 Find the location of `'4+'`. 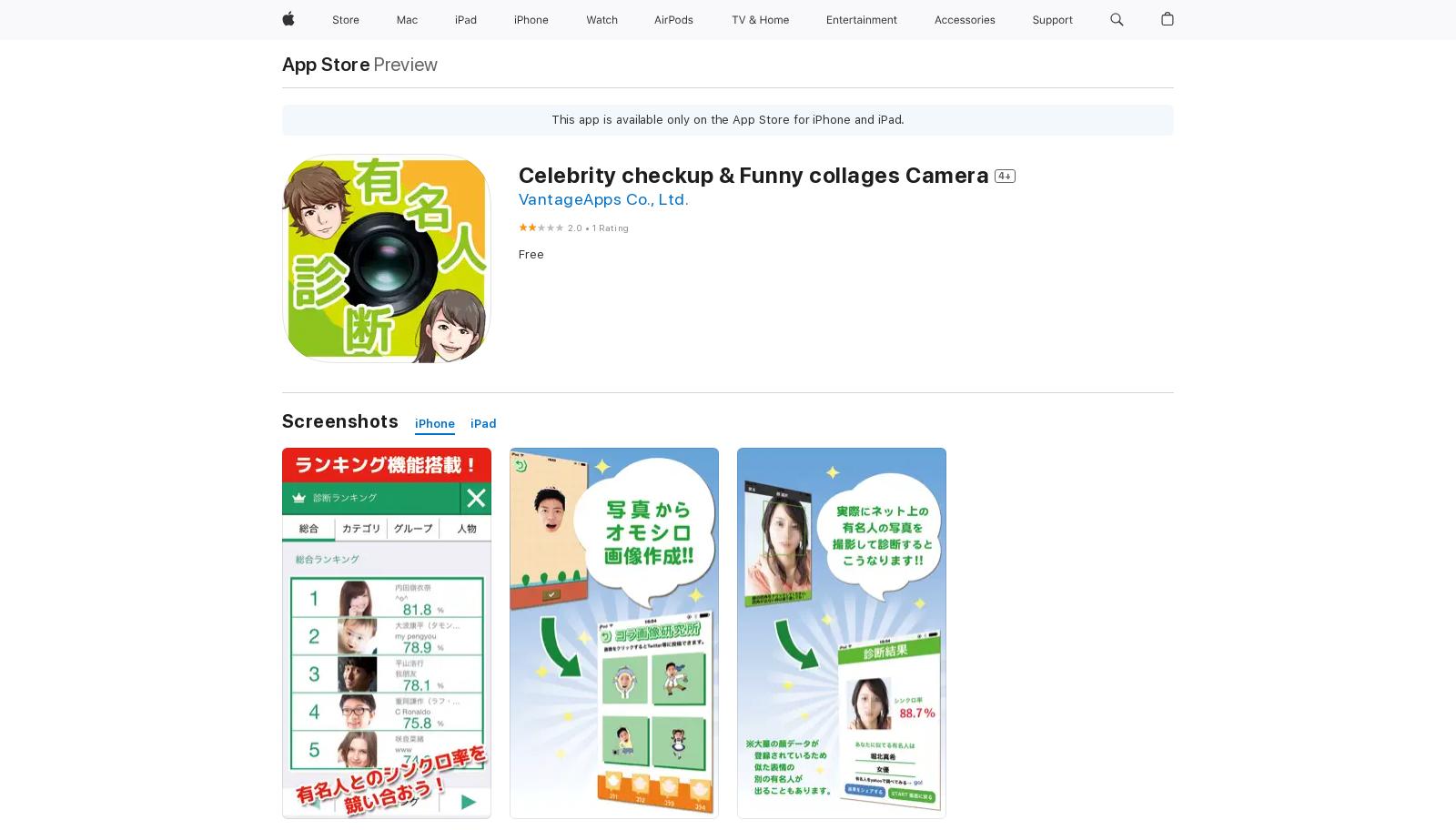

'4+' is located at coordinates (1005, 174).